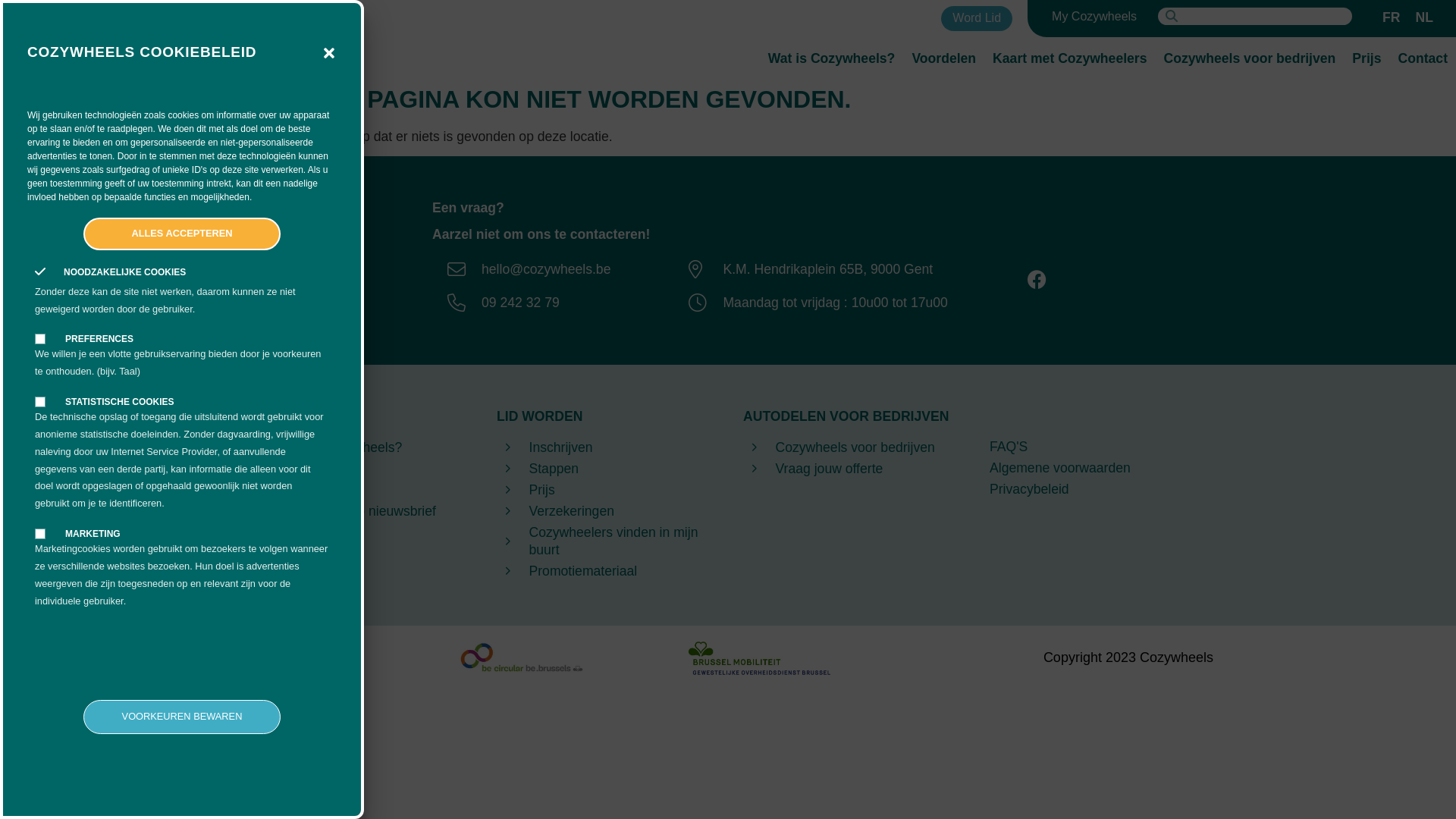 Image resolution: width=1456 pixels, height=819 pixels. What do you see at coordinates (990, 446) in the screenshot?
I see `'FAQ'S'` at bounding box center [990, 446].